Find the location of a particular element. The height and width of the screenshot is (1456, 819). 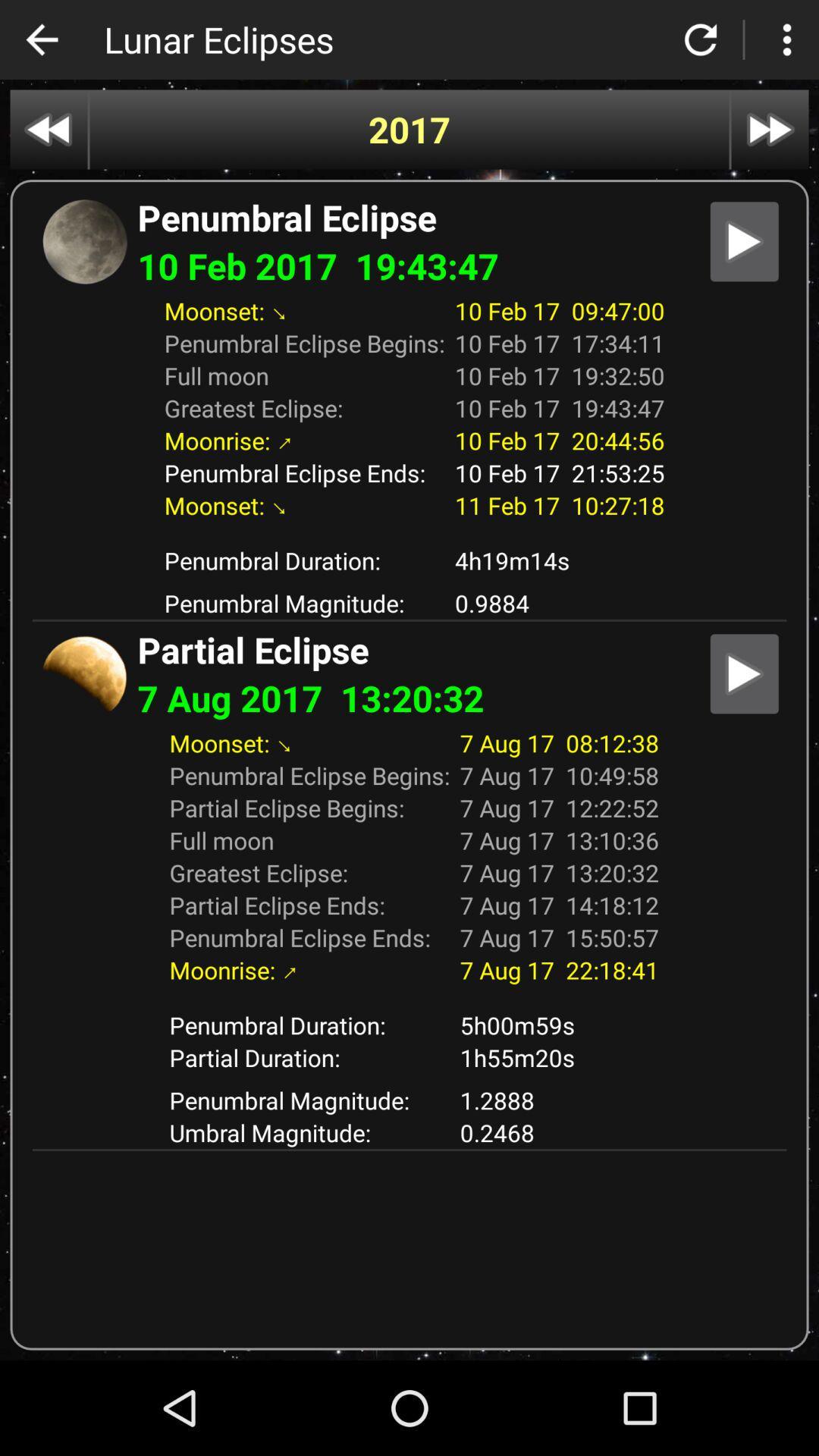

the app below partial duration: icon is located at coordinates (559, 1100).